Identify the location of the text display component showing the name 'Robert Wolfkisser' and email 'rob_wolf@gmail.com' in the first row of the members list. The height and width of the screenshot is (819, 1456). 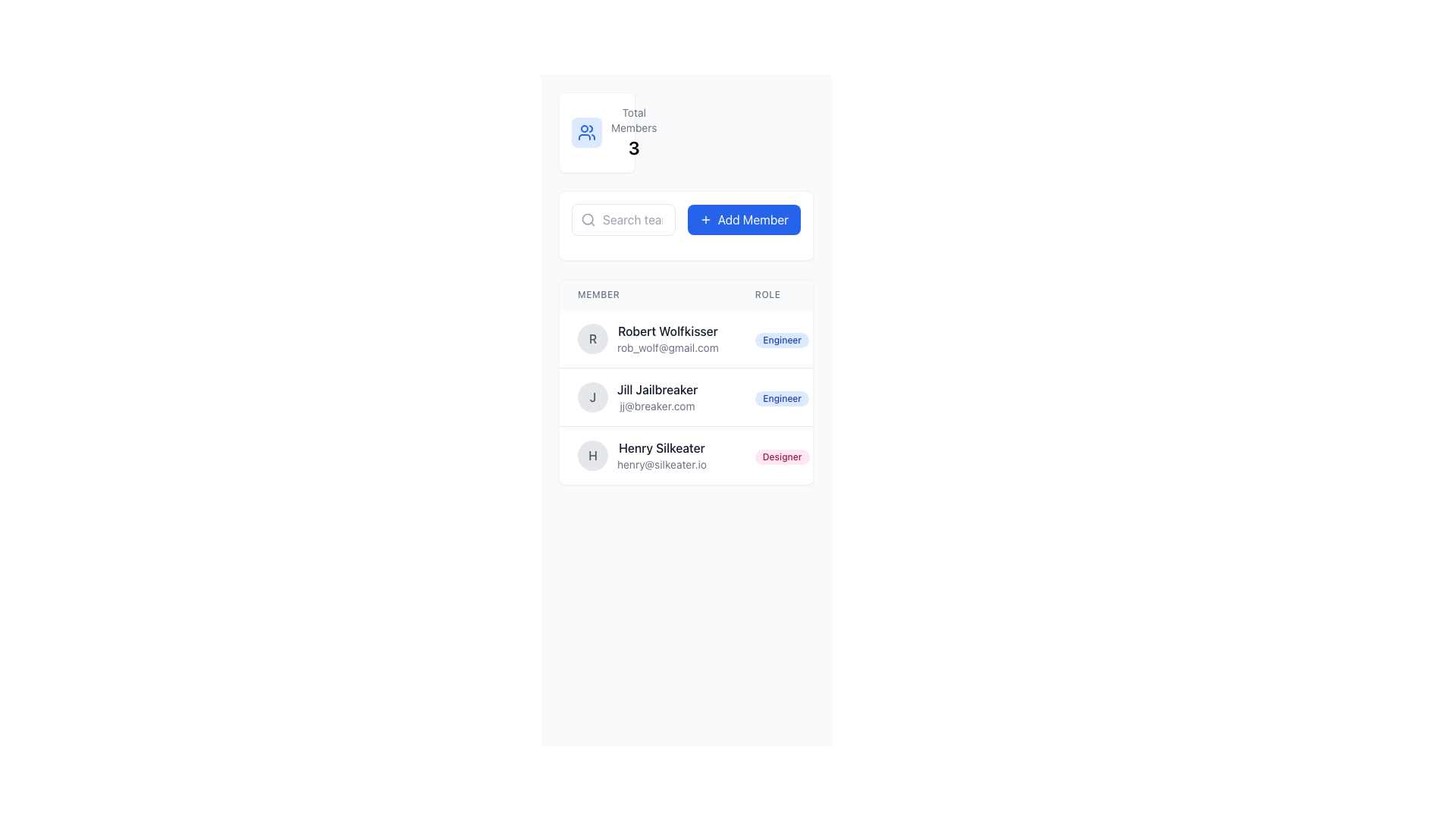
(667, 338).